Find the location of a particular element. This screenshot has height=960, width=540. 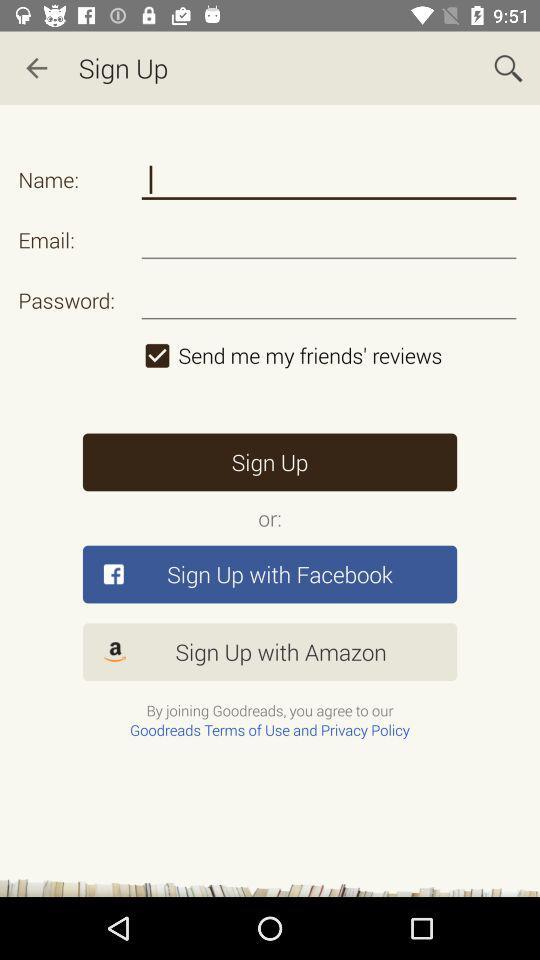

put the name is located at coordinates (329, 179).